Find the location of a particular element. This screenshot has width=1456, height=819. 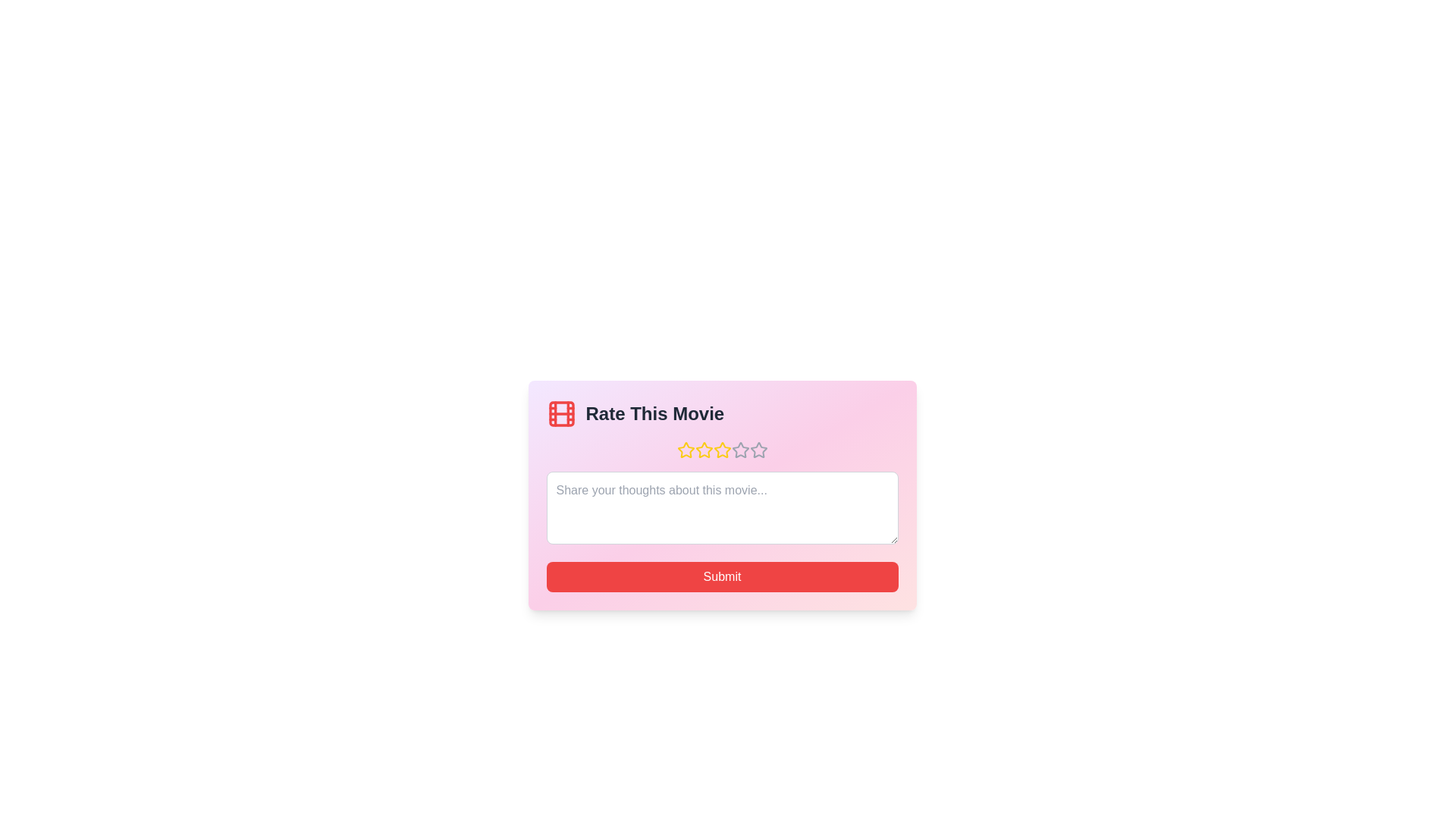

the star representing 1 stars to preview the rating is located at coordinates (685, 450).